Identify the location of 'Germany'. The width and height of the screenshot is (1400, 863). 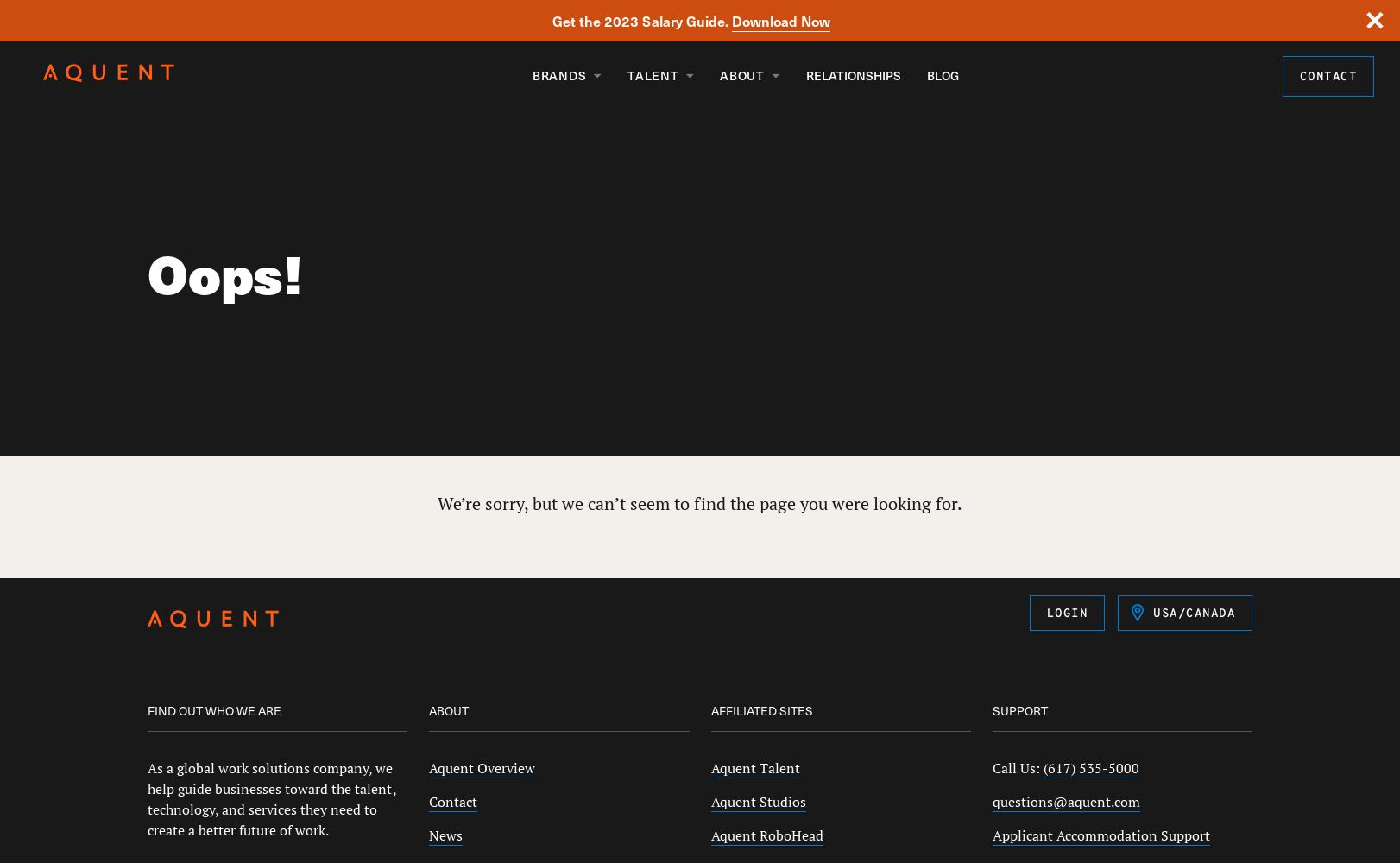
(1170, 838).